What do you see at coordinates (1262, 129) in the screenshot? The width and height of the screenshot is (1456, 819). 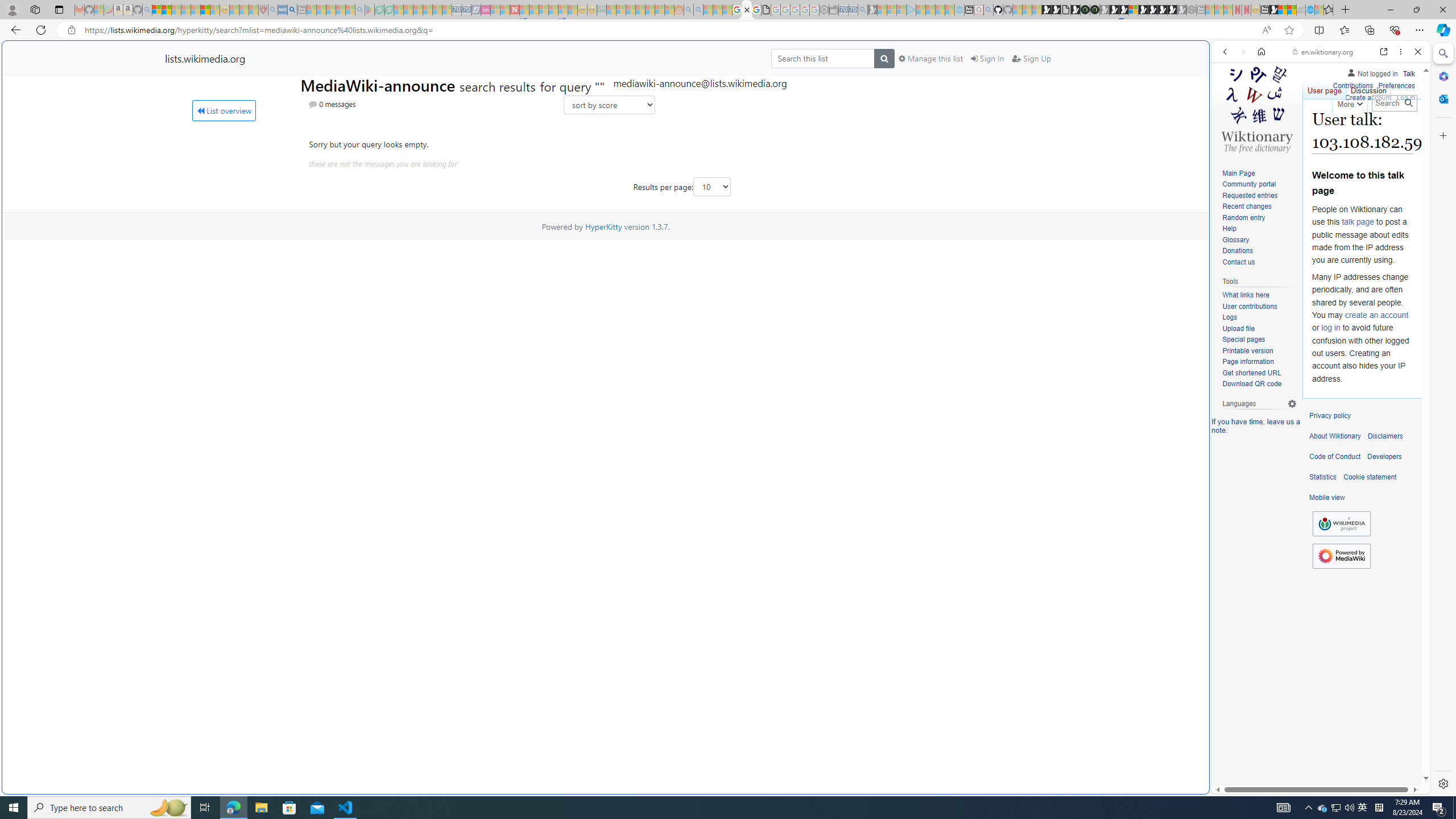 I see `'Search Filter, IMAGES'` at bounding box center [1262, 129].